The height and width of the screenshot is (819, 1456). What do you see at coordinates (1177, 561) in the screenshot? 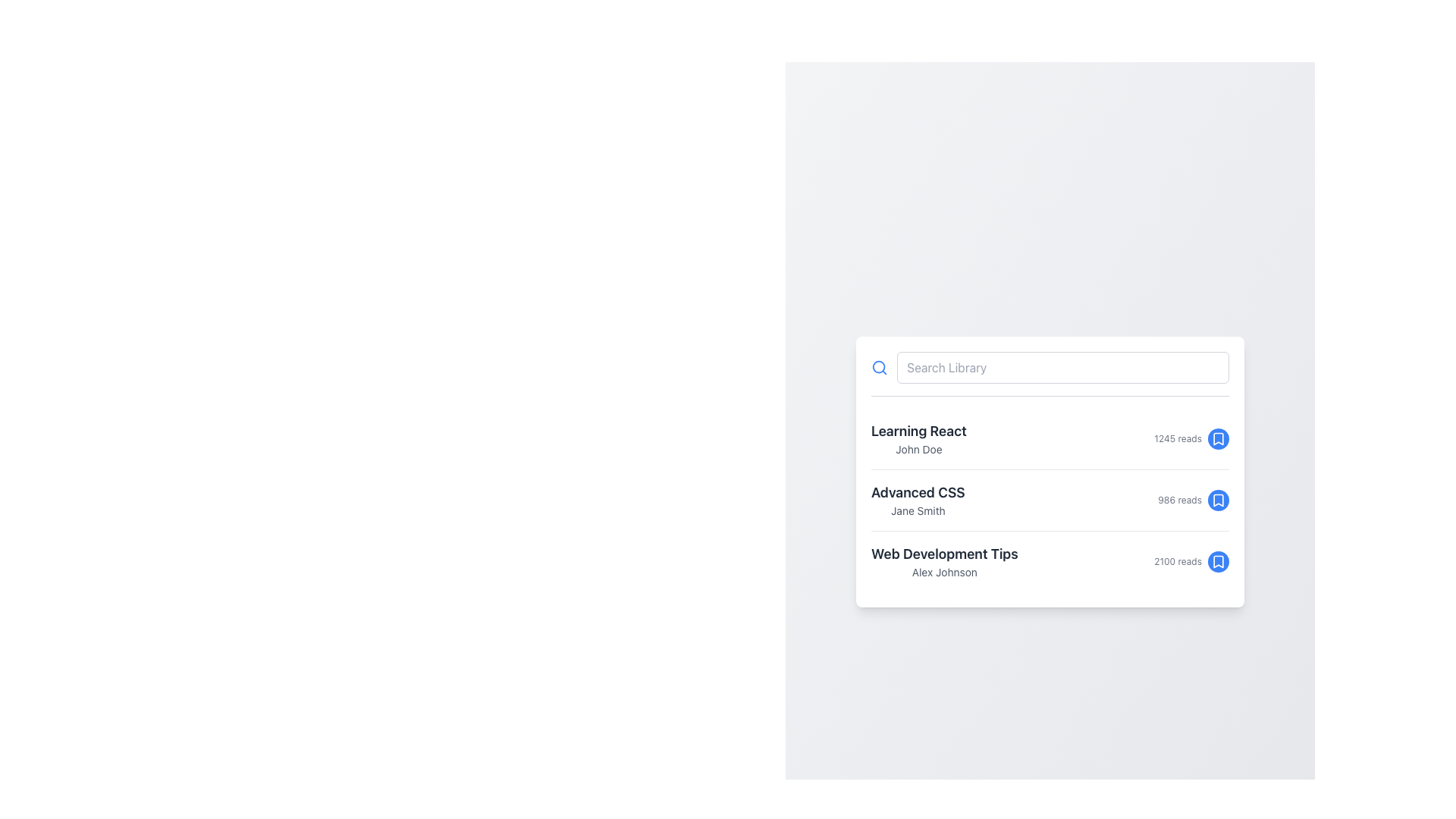
I see `value displayed as '2100 reads' in gray text at the far-right side of the third list item, adjacent to the bookmark icon` at bounding box center [1177, 561].